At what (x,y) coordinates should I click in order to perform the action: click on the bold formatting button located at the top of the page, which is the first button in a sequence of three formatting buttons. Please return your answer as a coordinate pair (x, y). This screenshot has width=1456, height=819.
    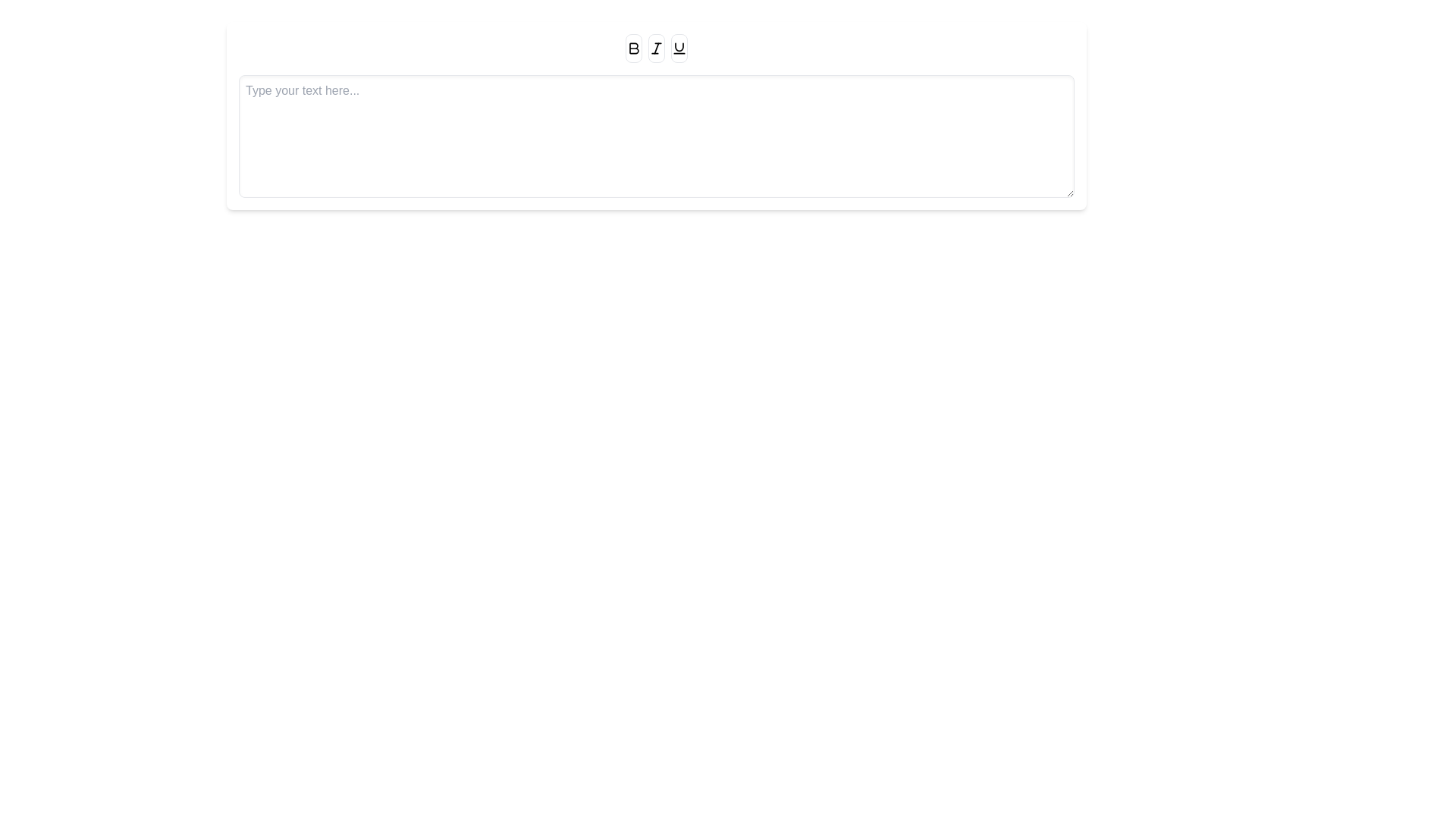
    Looking at the image, I should click on (633, 48).